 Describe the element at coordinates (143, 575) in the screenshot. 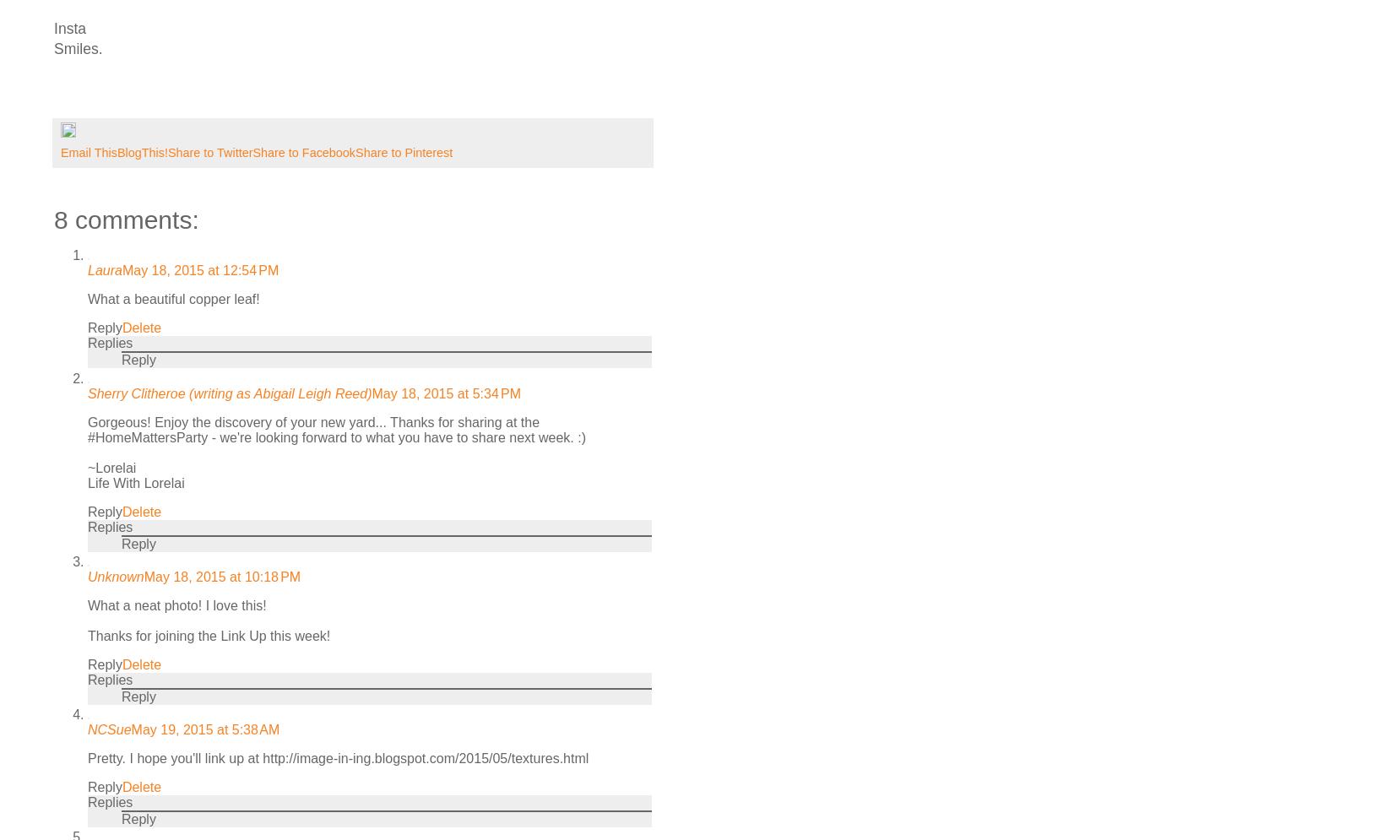

I see `'May 18, 2015 at 10:18 PM'` at that location.